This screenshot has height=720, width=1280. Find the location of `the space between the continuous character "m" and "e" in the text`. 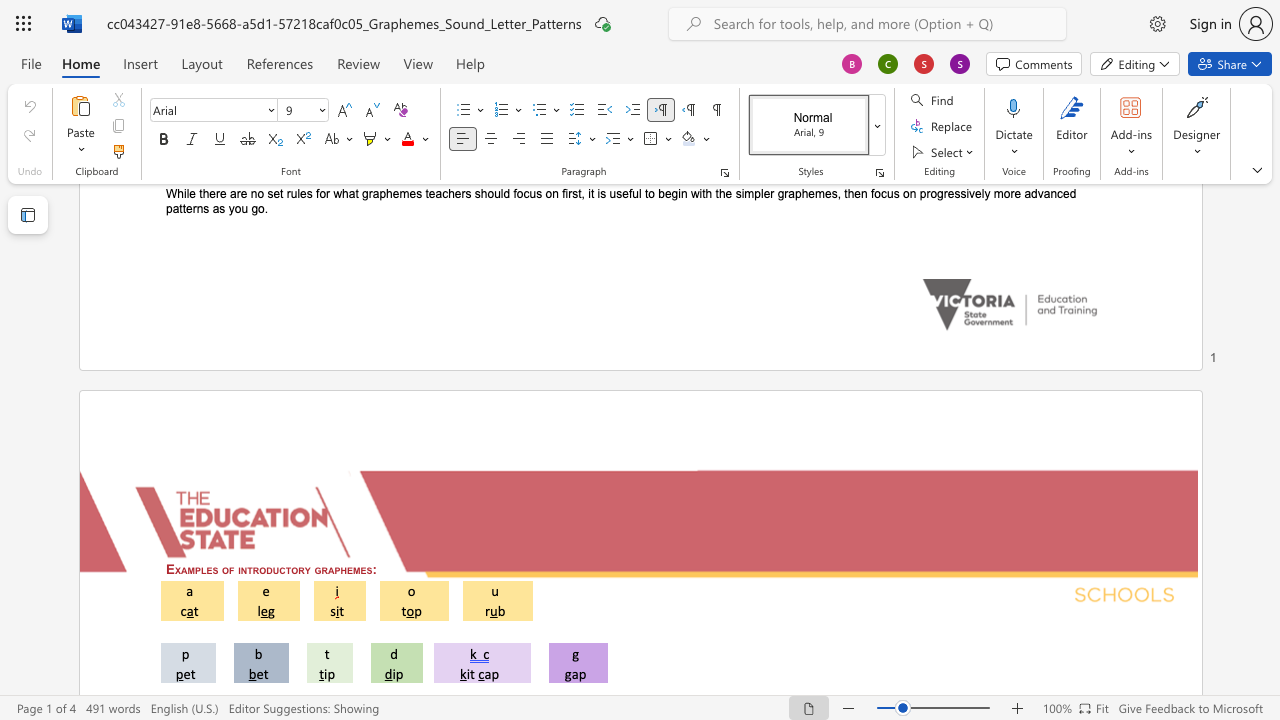

the space between the continuous character "m" and "e" in the text is located at coordinates (360, 569).